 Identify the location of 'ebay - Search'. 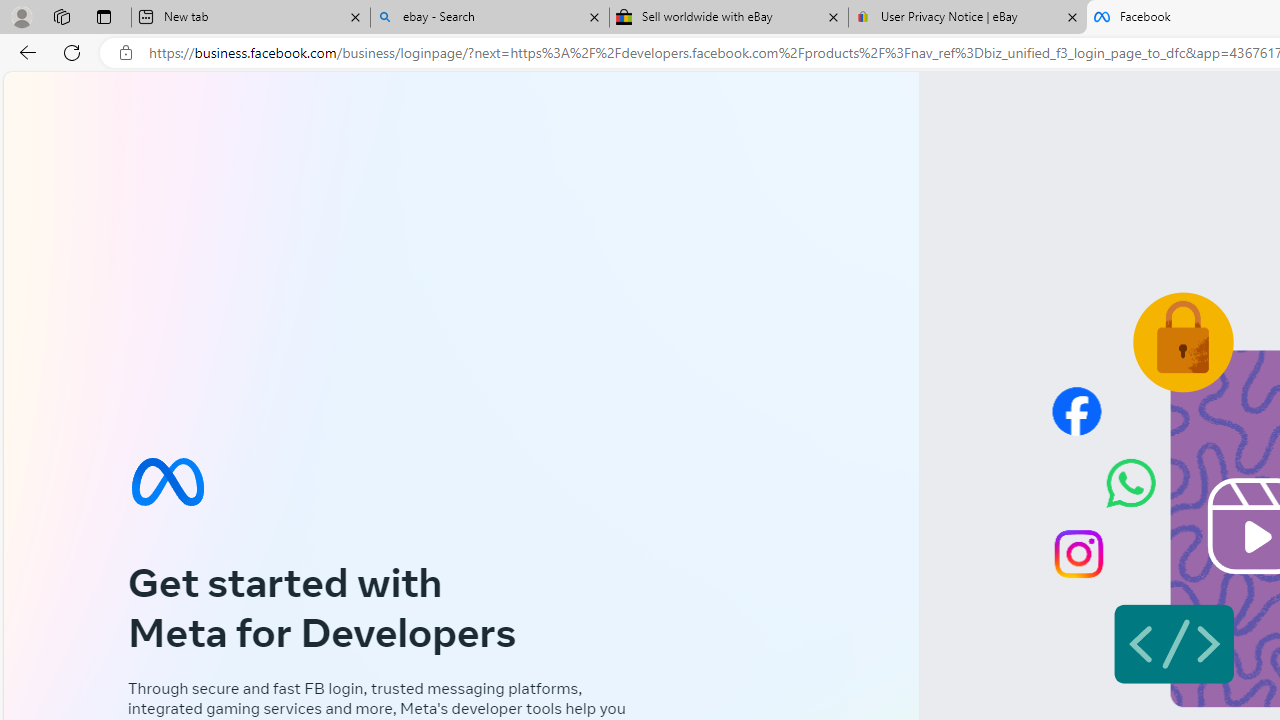
(490, 17).